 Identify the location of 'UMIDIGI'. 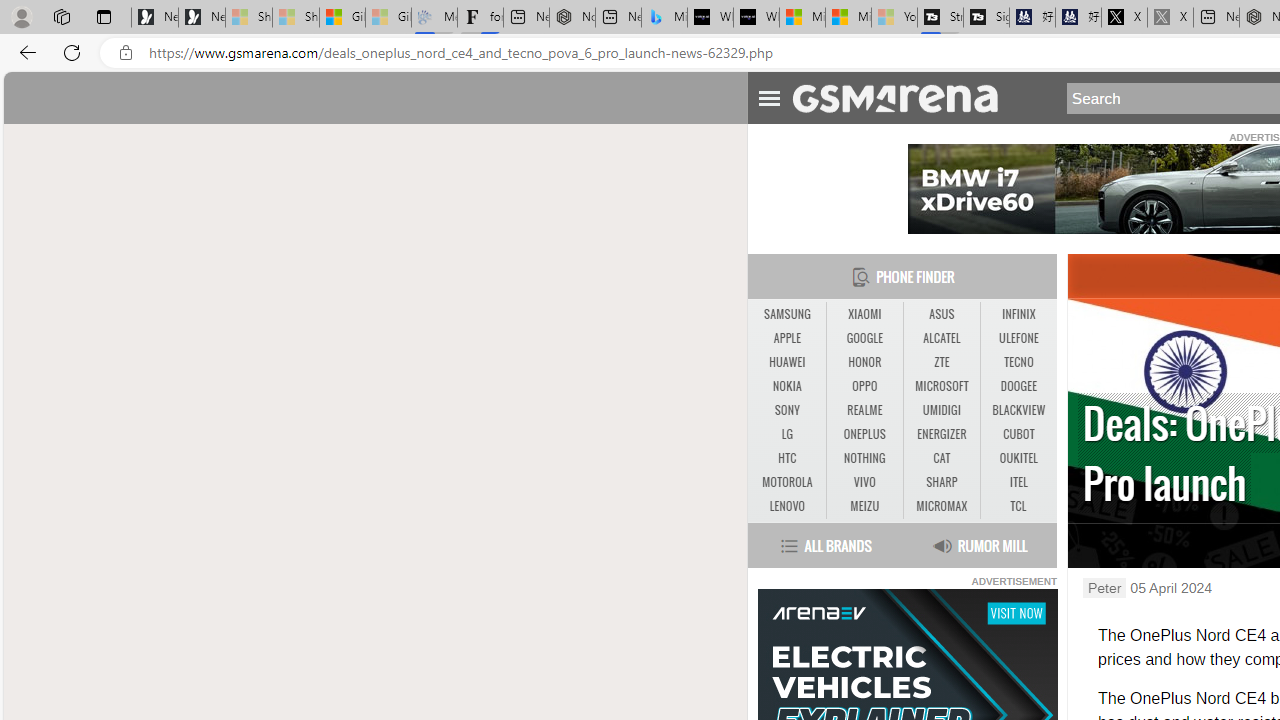
(941, 410).